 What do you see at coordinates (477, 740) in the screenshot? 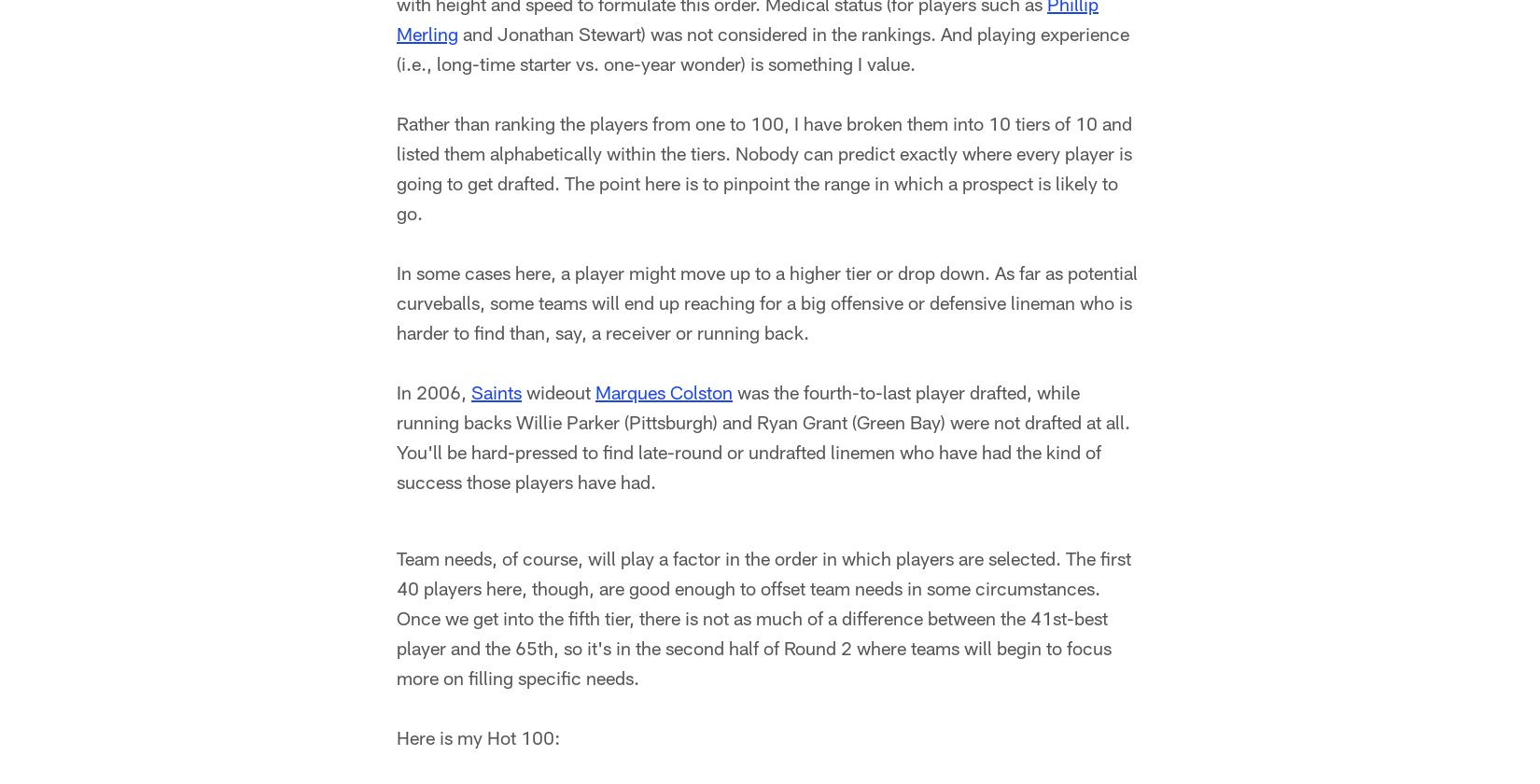
I see `'Here is my Hot 100:'` at bounding box center [477, 740].